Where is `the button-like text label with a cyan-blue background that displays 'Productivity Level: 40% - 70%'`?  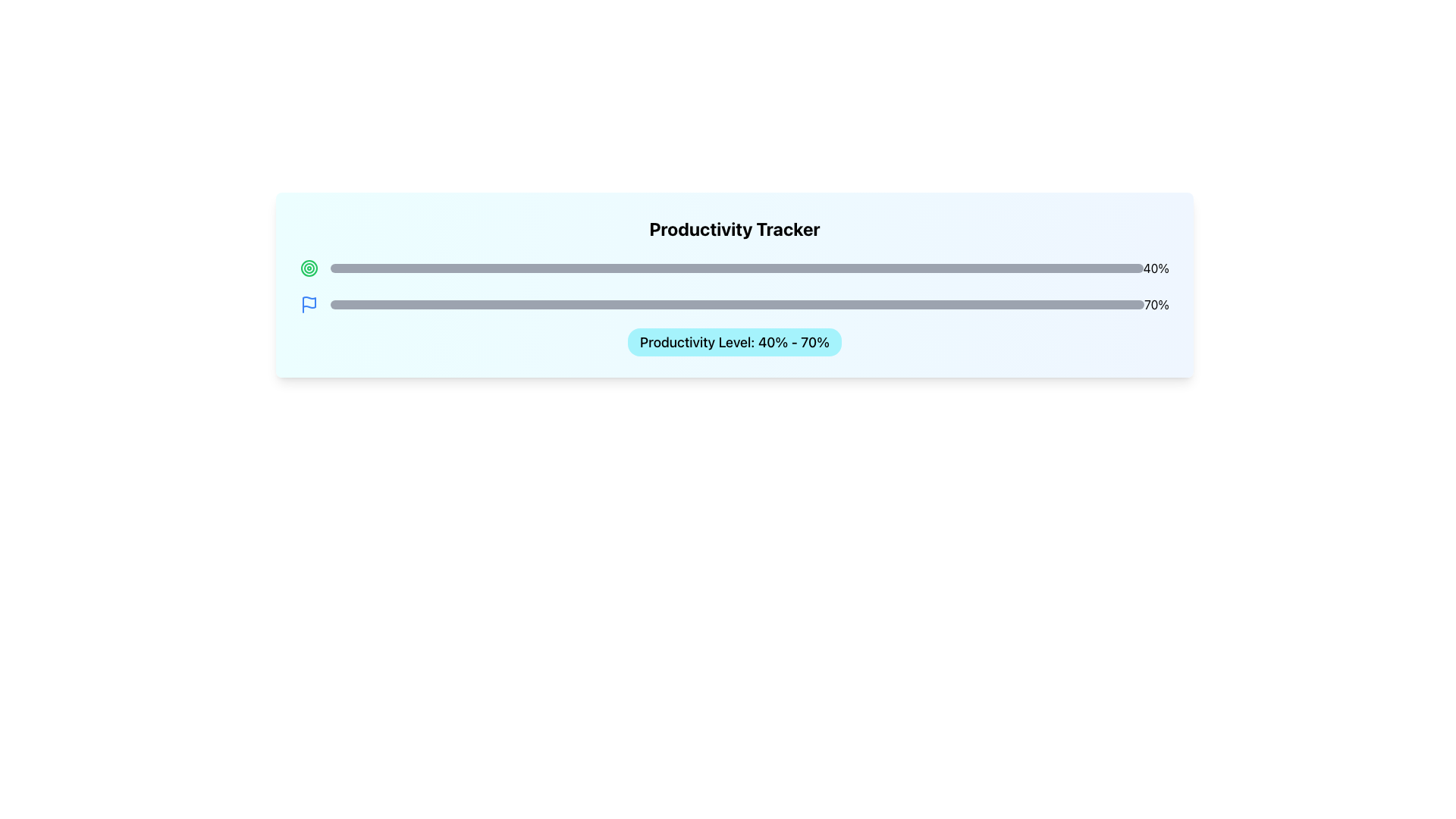 the button-like text label with a cyan-blue background that displays 'Productivity Level: 40% - 70%' is located at coordinates (735, 342).